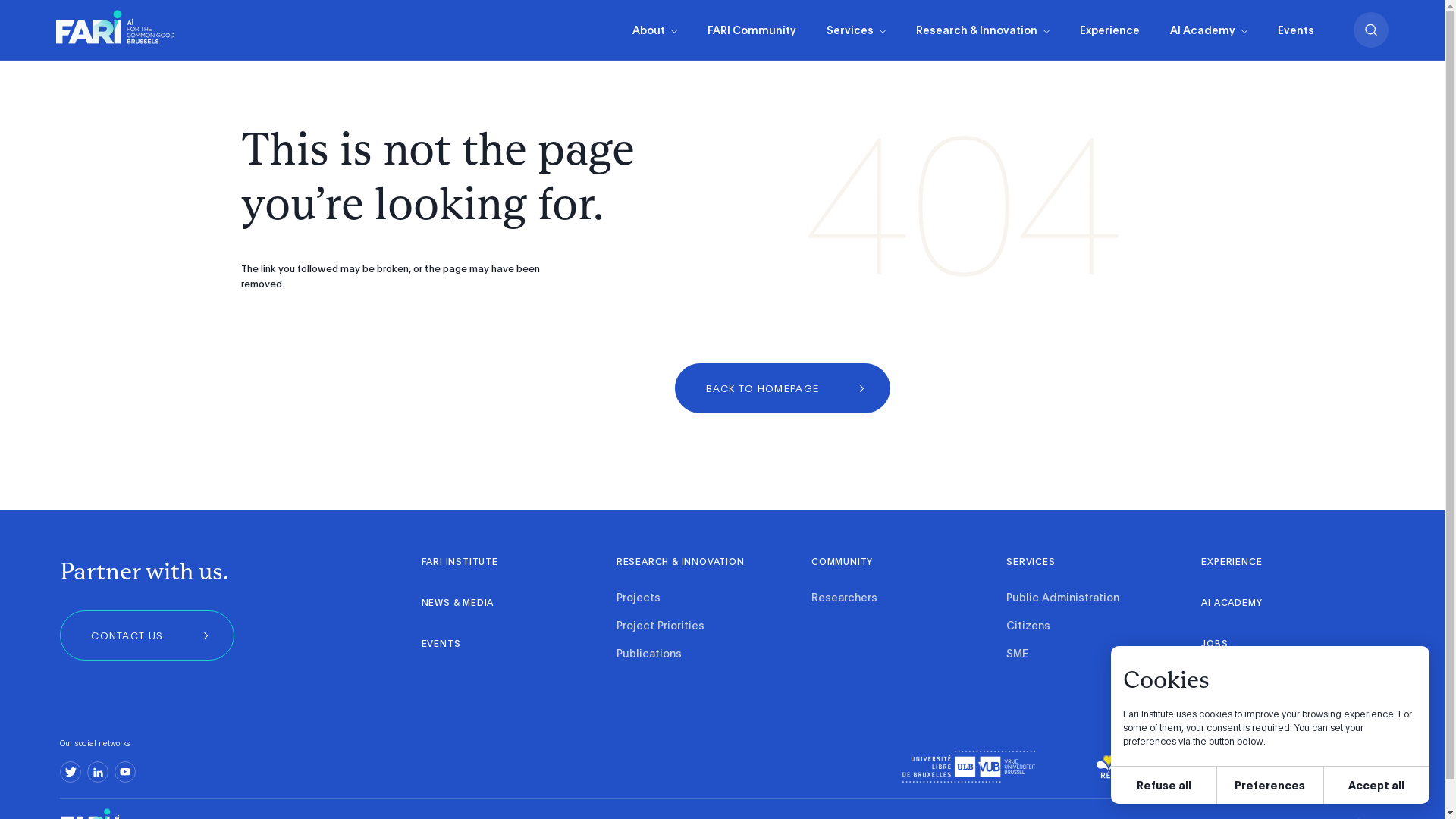  I want to click on 'CONTACT US', so click(146, 635).